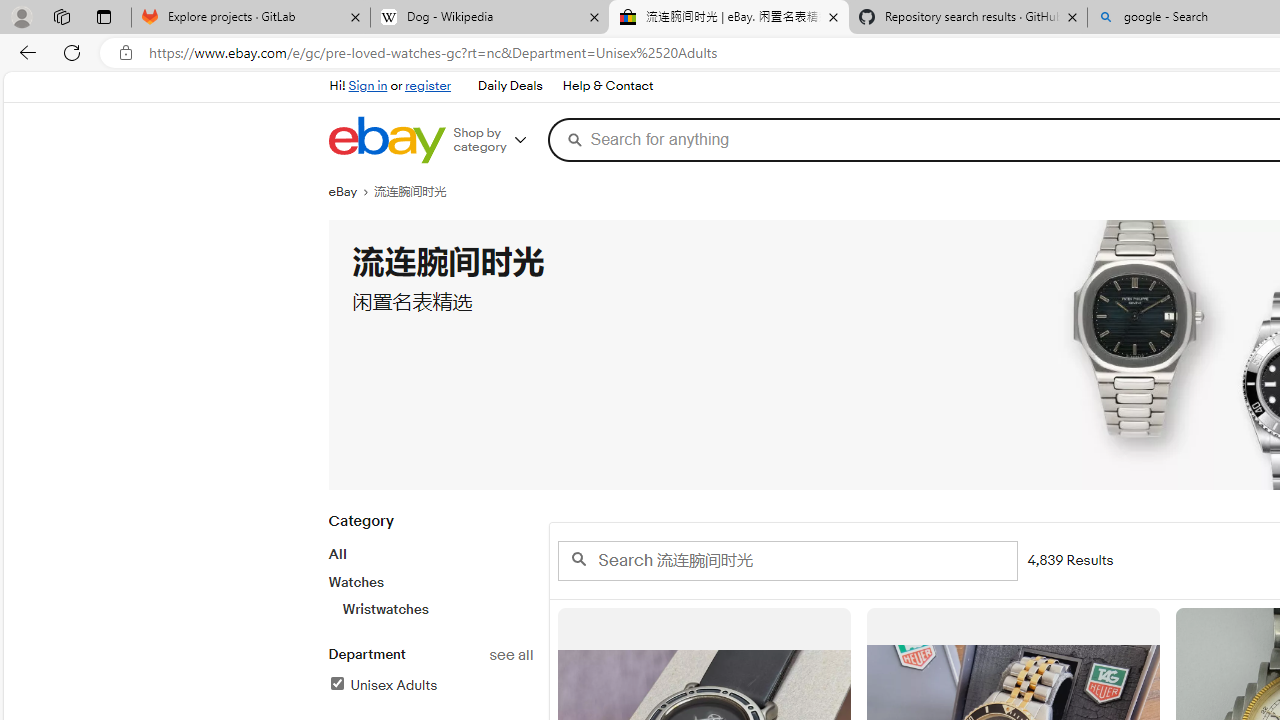 The image size is (1280, 720). What do you see at coordinates (511, 655) in the screenshot?
I see `'See all department refinements'` at bounding box center [511, 655].